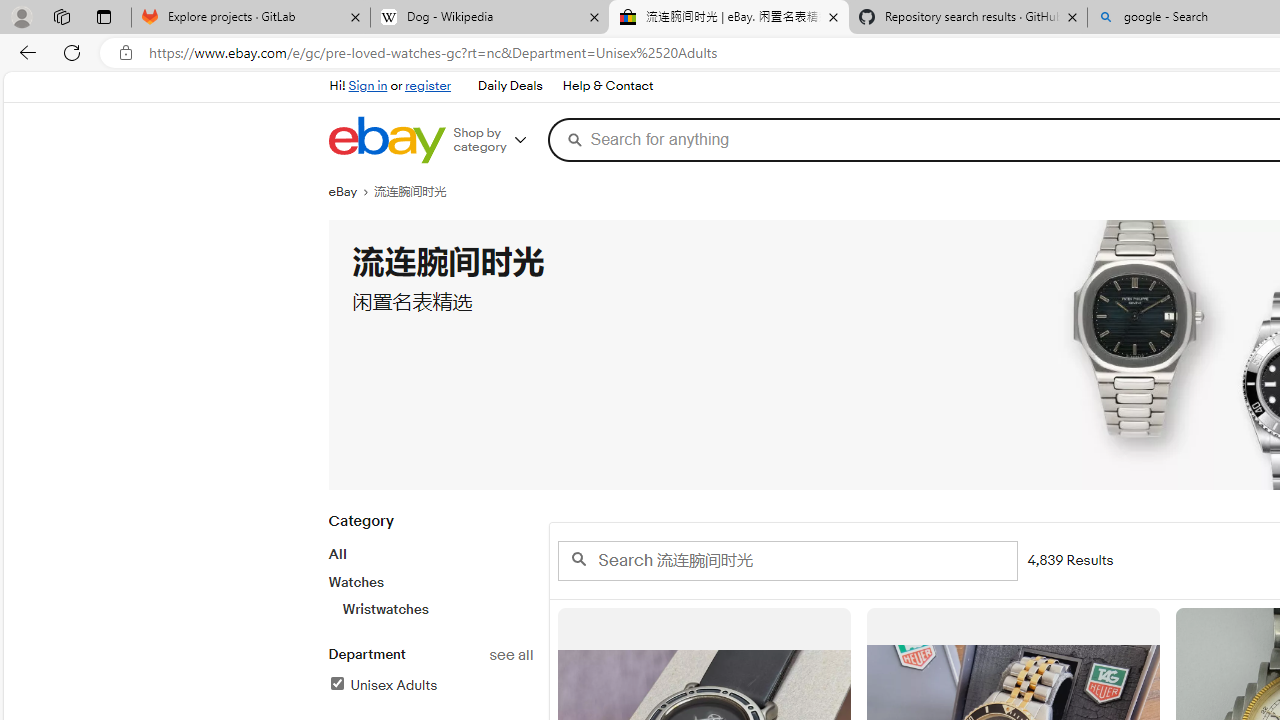 The image size is (1280, 720). What do you see at coordinates (511, 655) in the screenshot?
I see `'See all department refinements'` at bounding box center [511, 655].